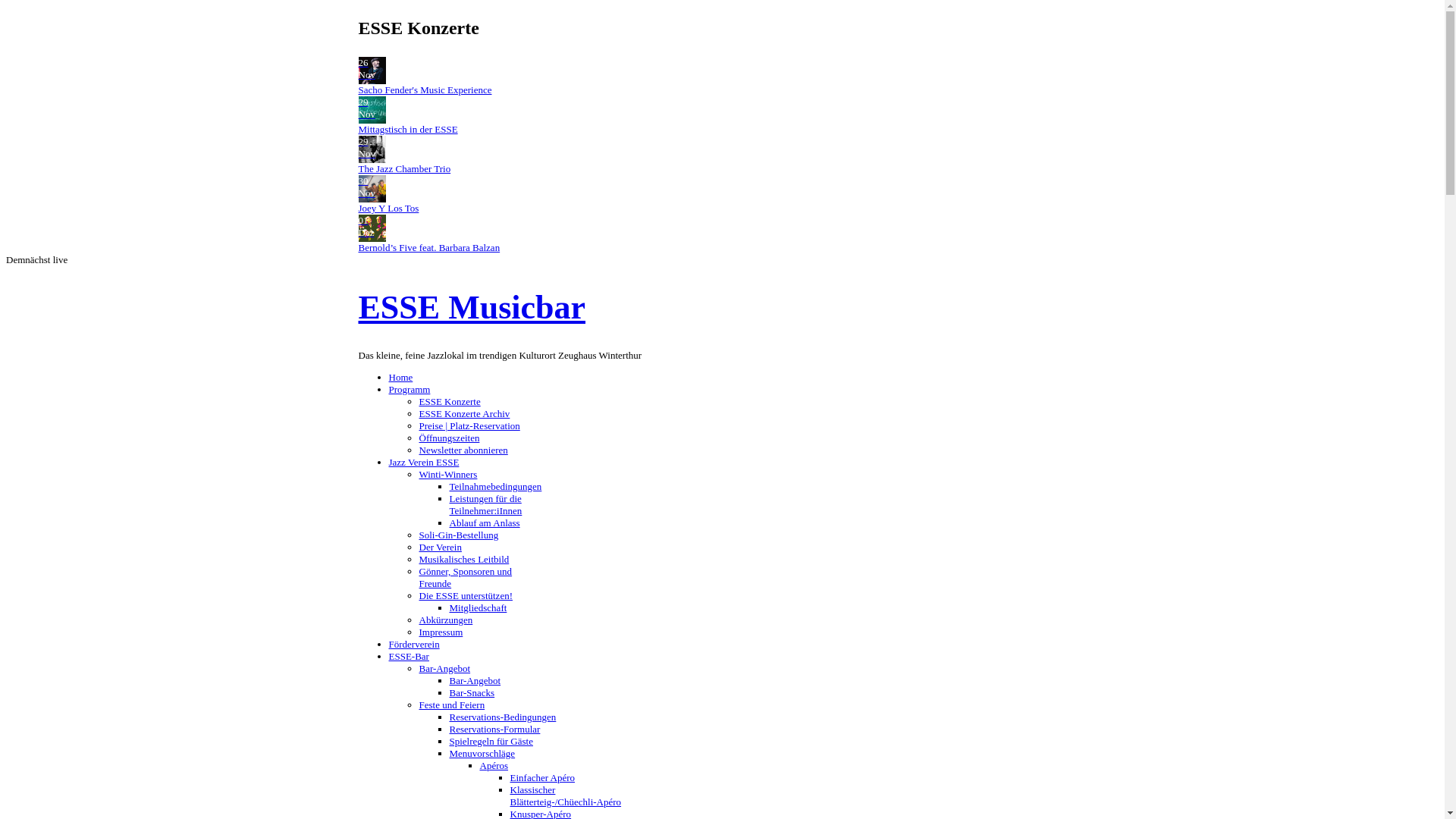 Image resolution: width=1456 pixels, height=819 pixels. What do you see at coordinates (471, 307) in the screenshot?
I see `'ESSE Musicbar'` at bounding box center [471, 307].